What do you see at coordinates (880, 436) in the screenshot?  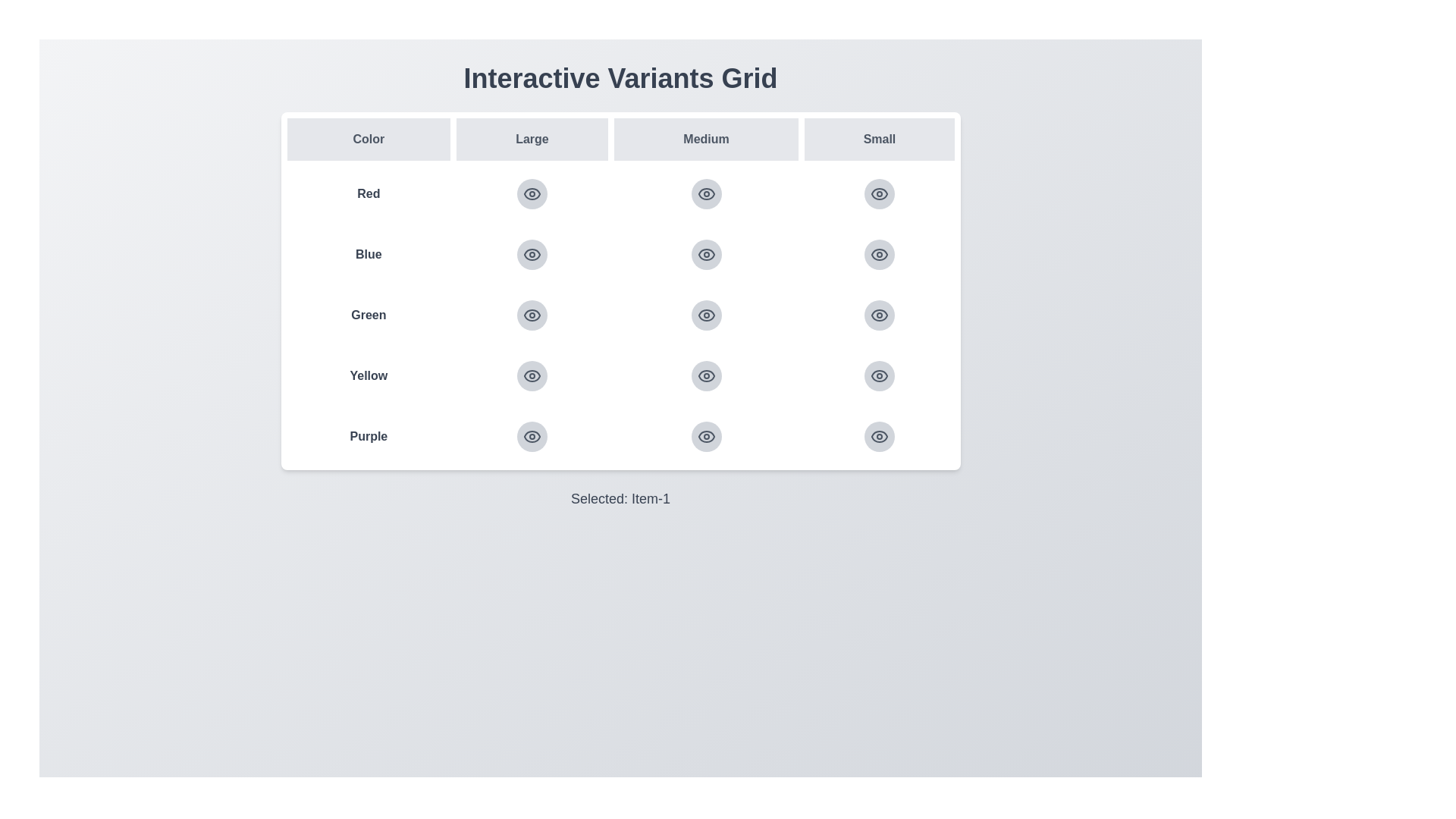 I see `the visibility icon, which is an eye-shaped SVG element with a dark gray outline and a centered gray iris, located in the bottom-right corner of the grid under the 'Purple' row and 'Small' column` at bounding box center [880, 436].